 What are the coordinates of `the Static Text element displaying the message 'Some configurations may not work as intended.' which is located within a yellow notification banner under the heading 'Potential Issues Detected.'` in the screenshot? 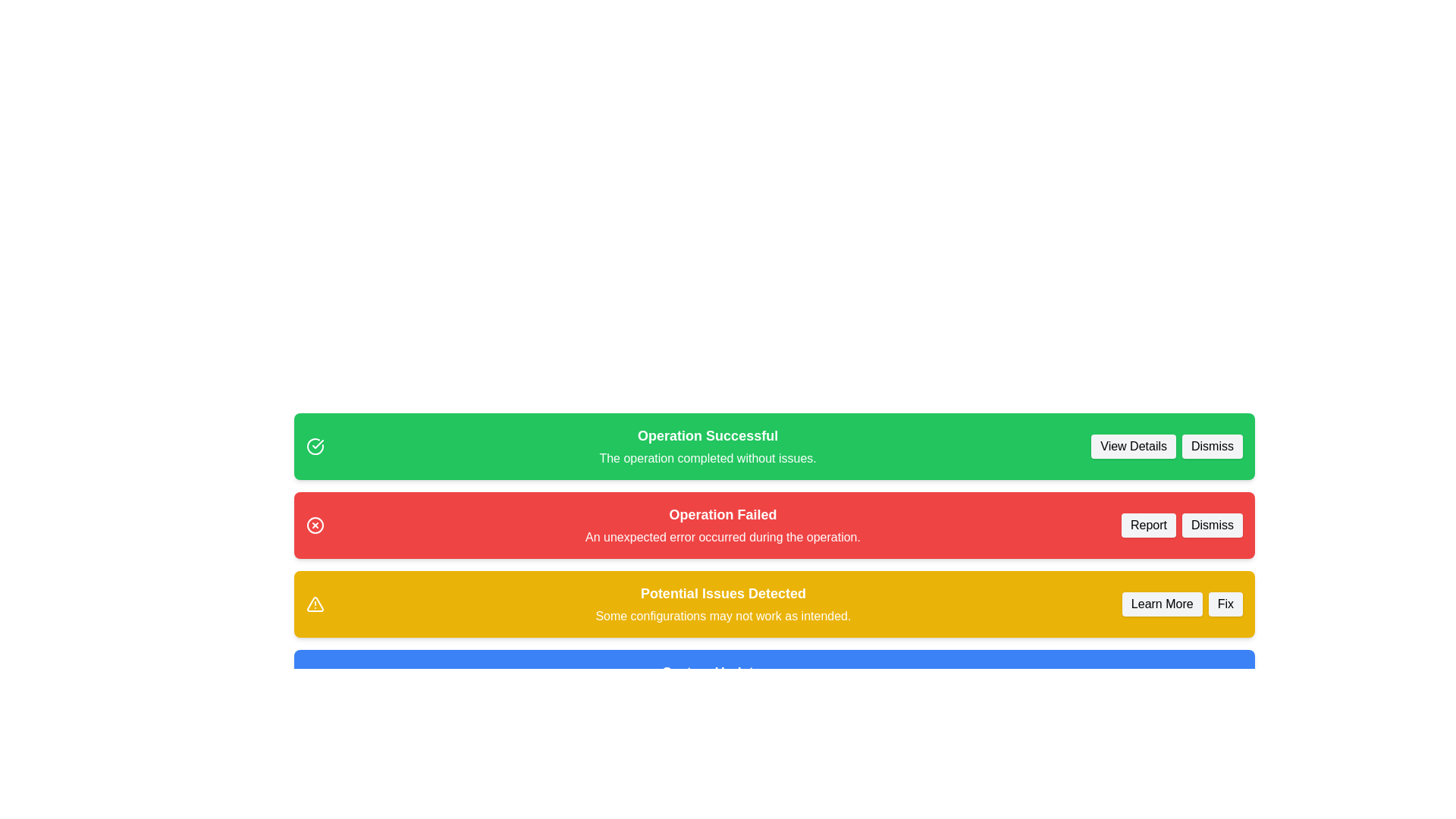 It's located at (722, 617).